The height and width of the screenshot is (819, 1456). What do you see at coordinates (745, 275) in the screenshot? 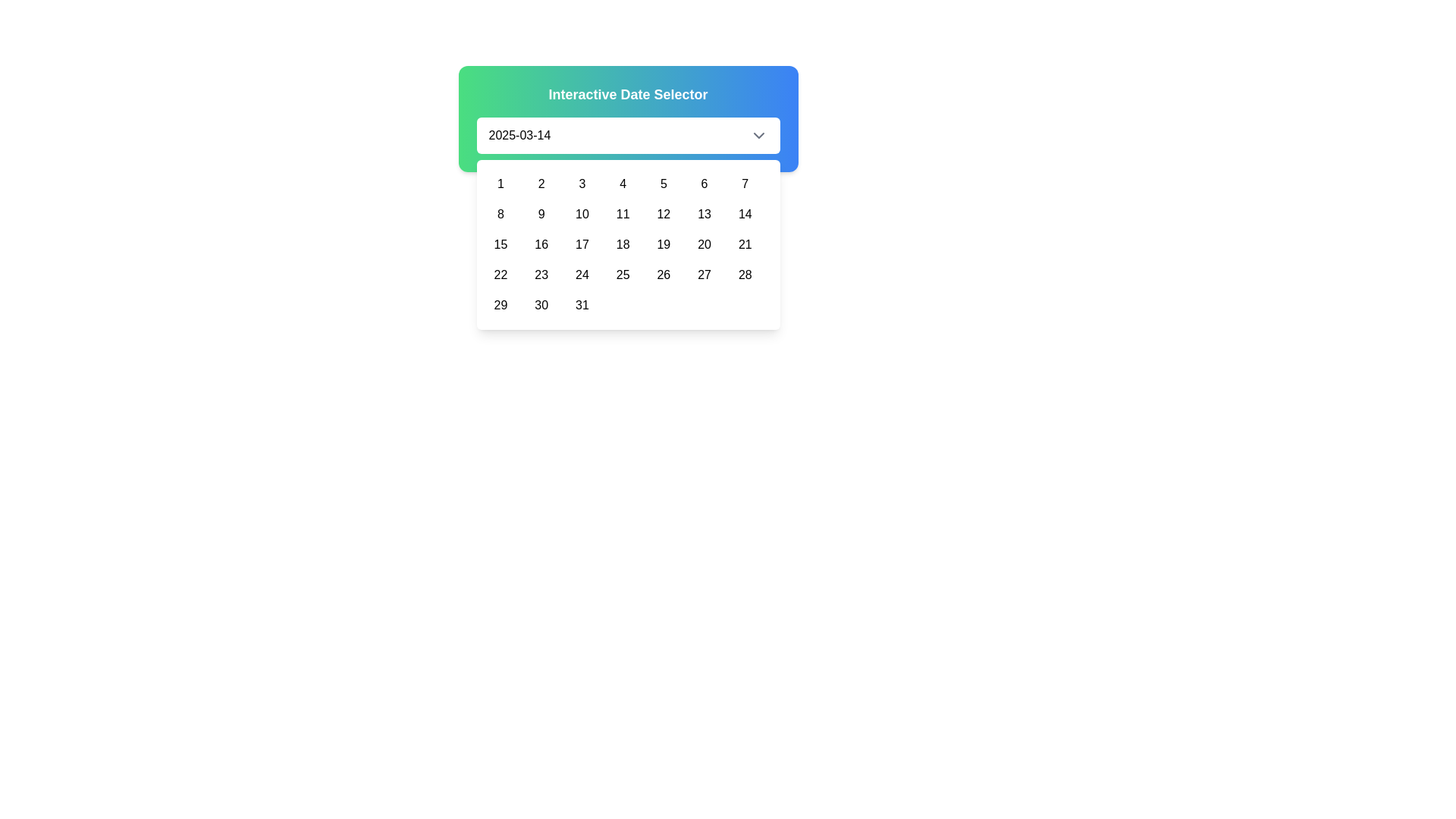
I see `the button representing the 28th day of the month in the calendar view` at bounding box center [745, 275].